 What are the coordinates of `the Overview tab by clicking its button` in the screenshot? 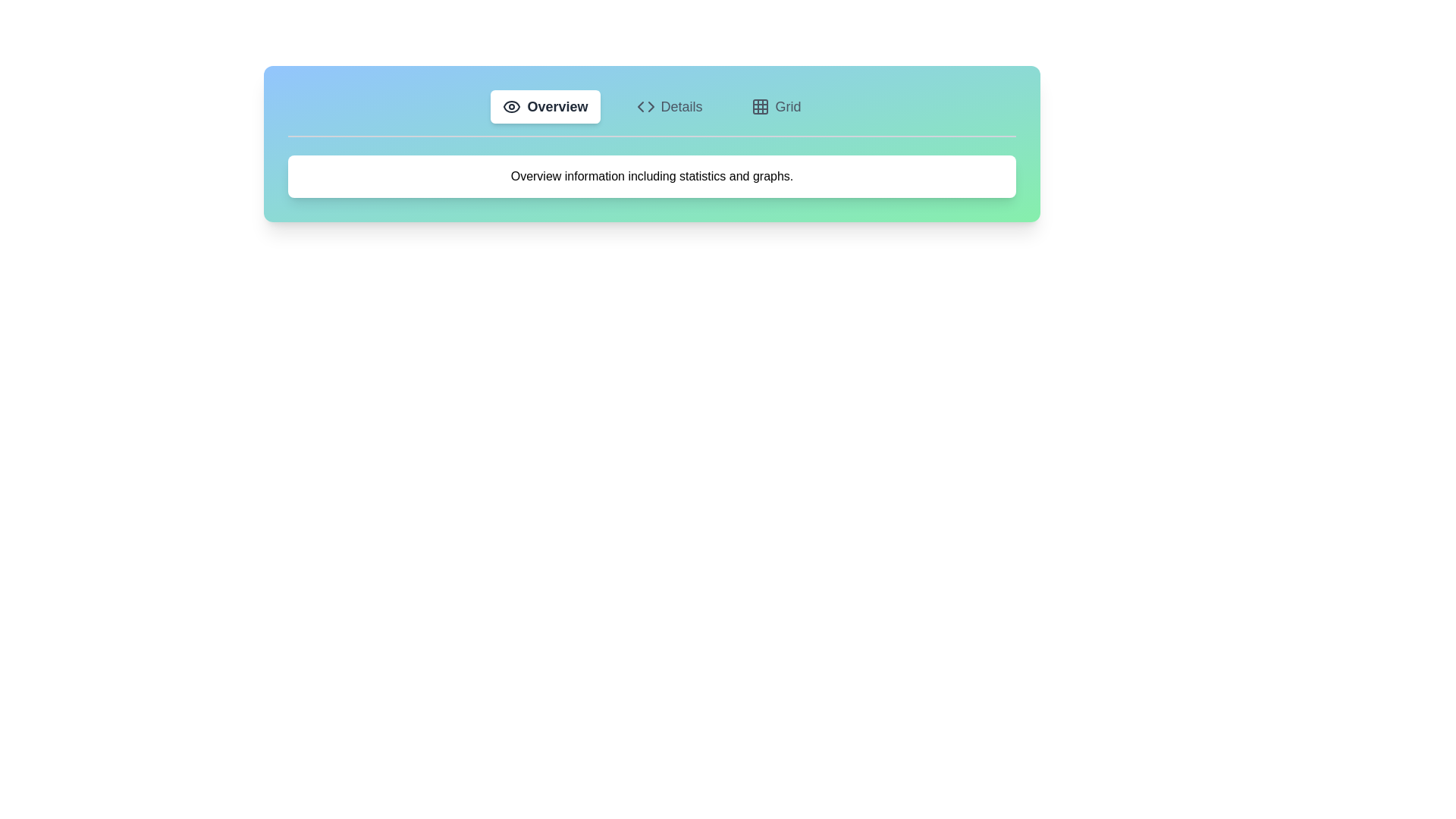 It's located at (545, 106).